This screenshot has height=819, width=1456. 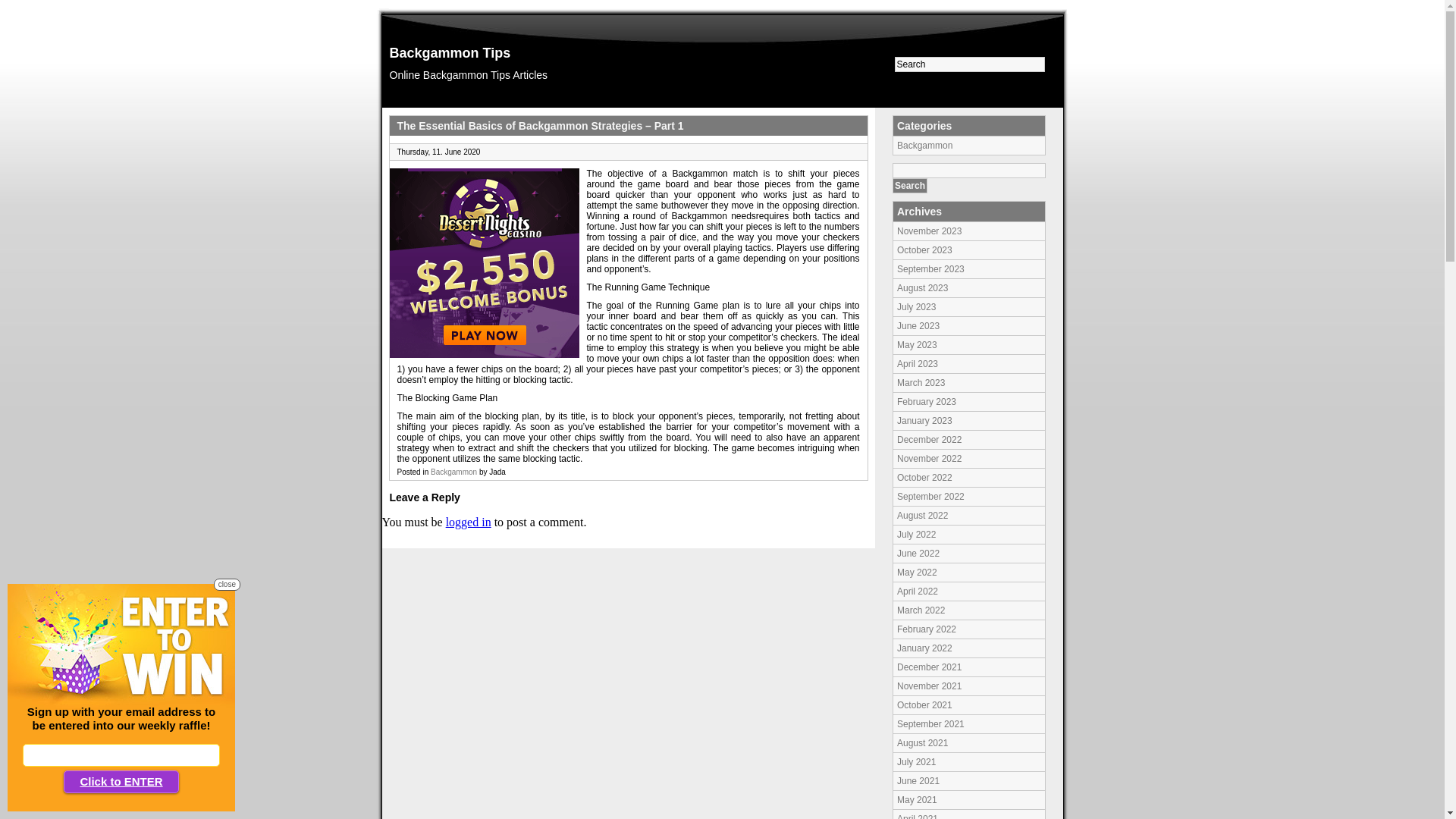 What do you see at coordinates (920, 610) in the screenshot?
I see `'March 2022'` at bounding box center [920, 610].